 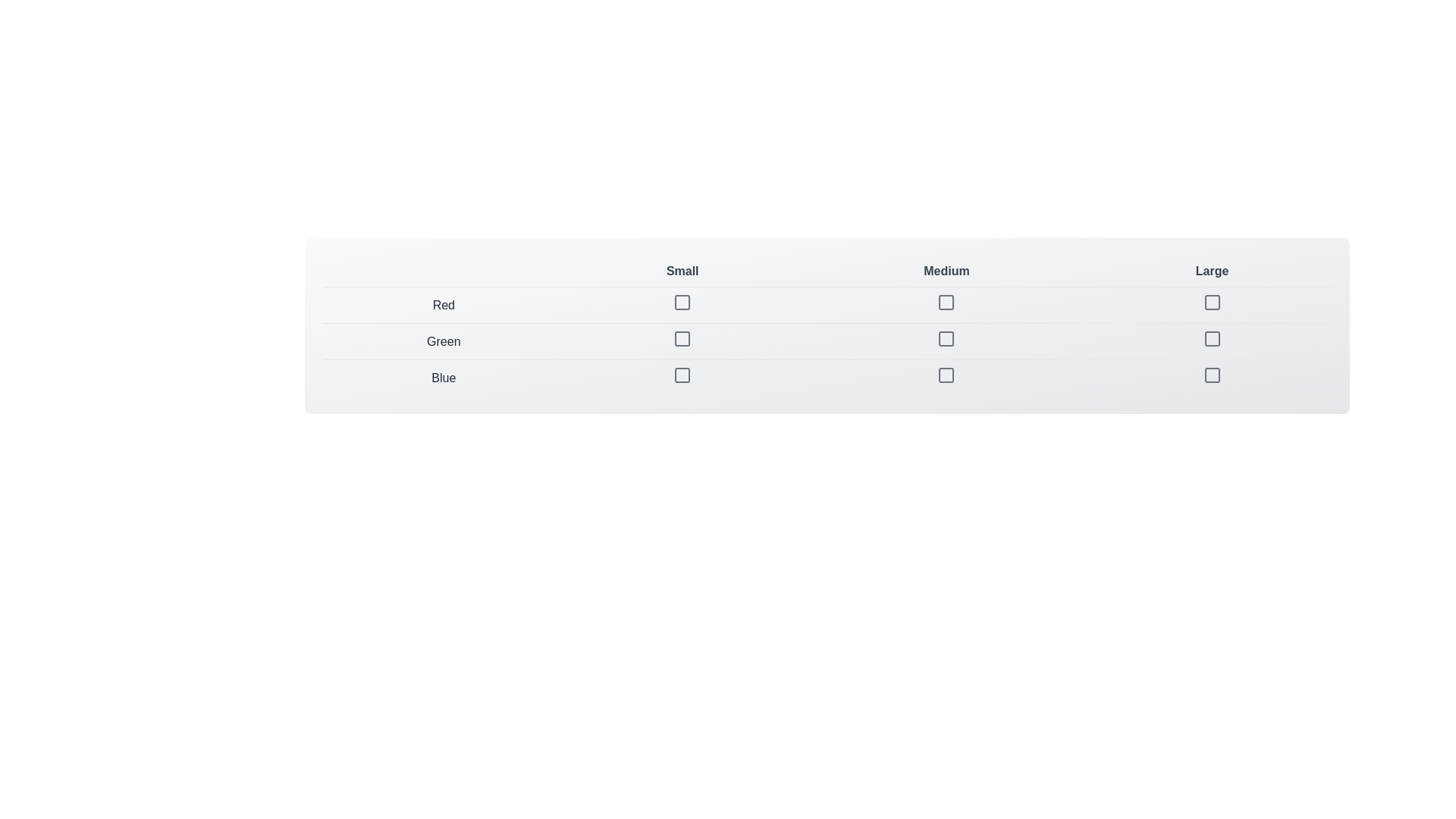 What do you see at coordinates (946, 375) in the screenshot?
I see `the checkbox for the 'Medium' size in the 'Blue' color option` at bounding box center [946, 375].